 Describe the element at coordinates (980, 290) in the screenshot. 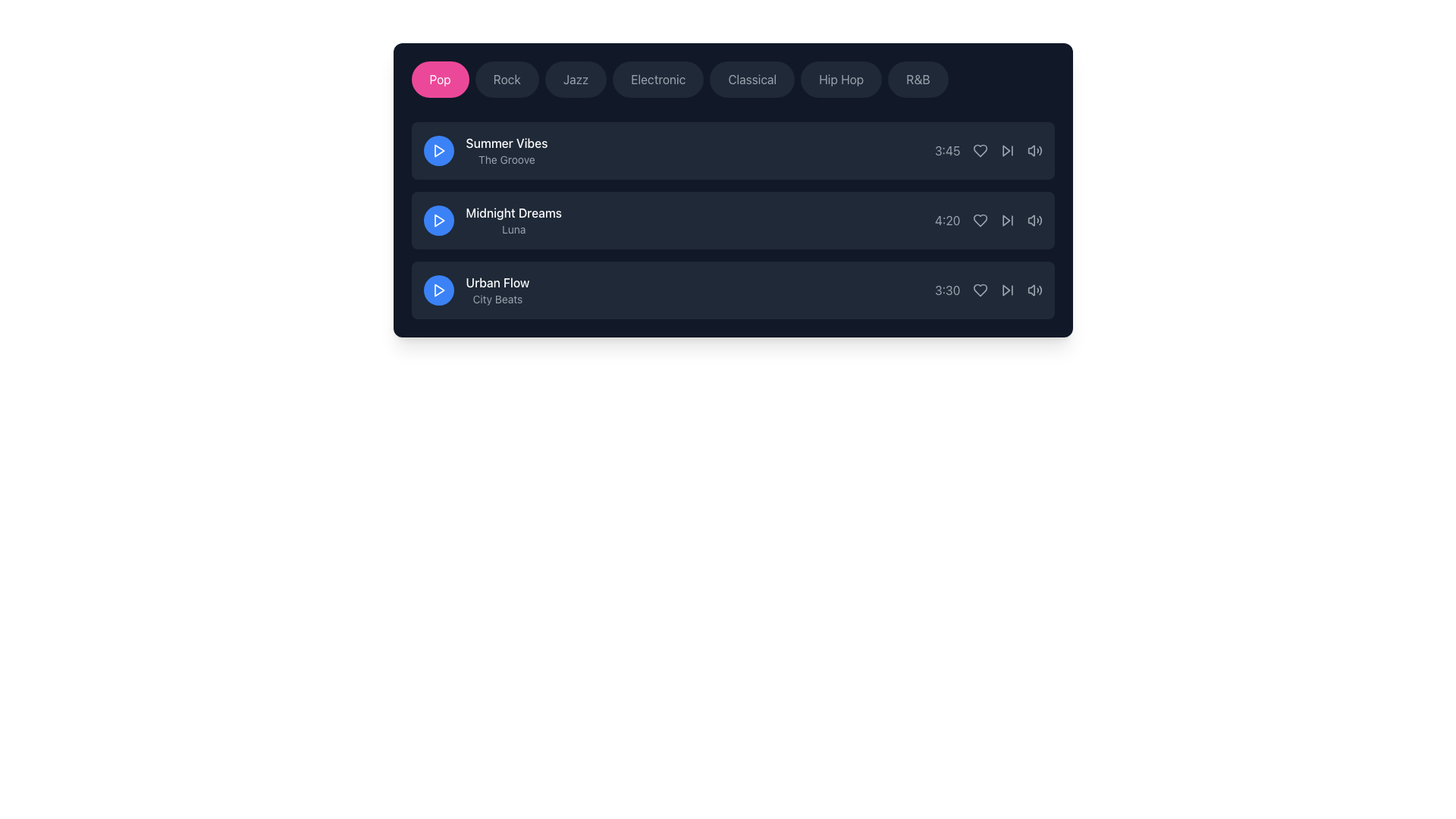

I see `the heart-shaped icon button with a gray outline located in the right section of the music track row for visual feedback` at that location.